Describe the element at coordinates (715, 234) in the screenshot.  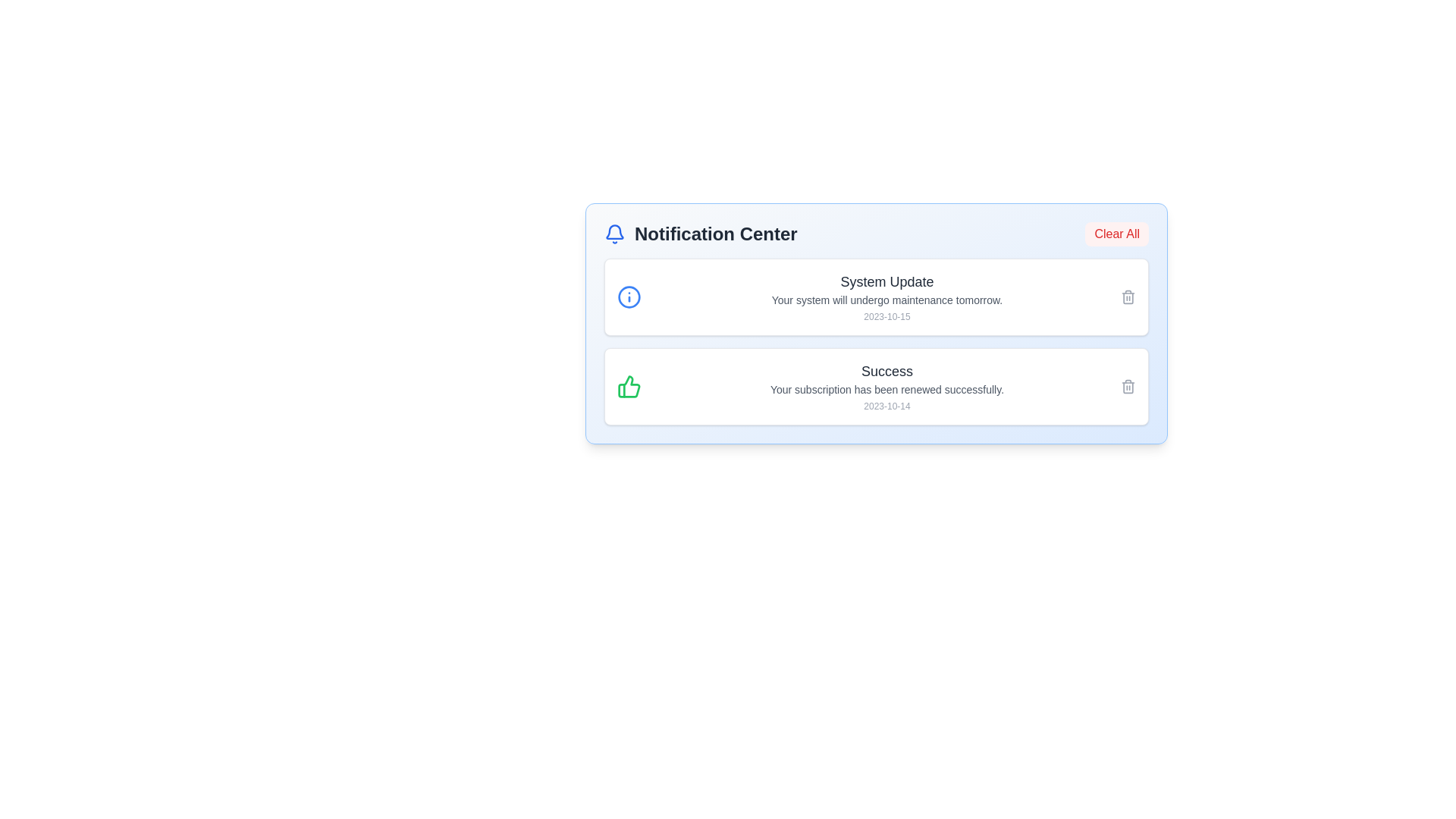
I see `the text label that serves as the title for the notification section, positioned to the right of the blue bell icon in the top section of the notification panel` at that location.